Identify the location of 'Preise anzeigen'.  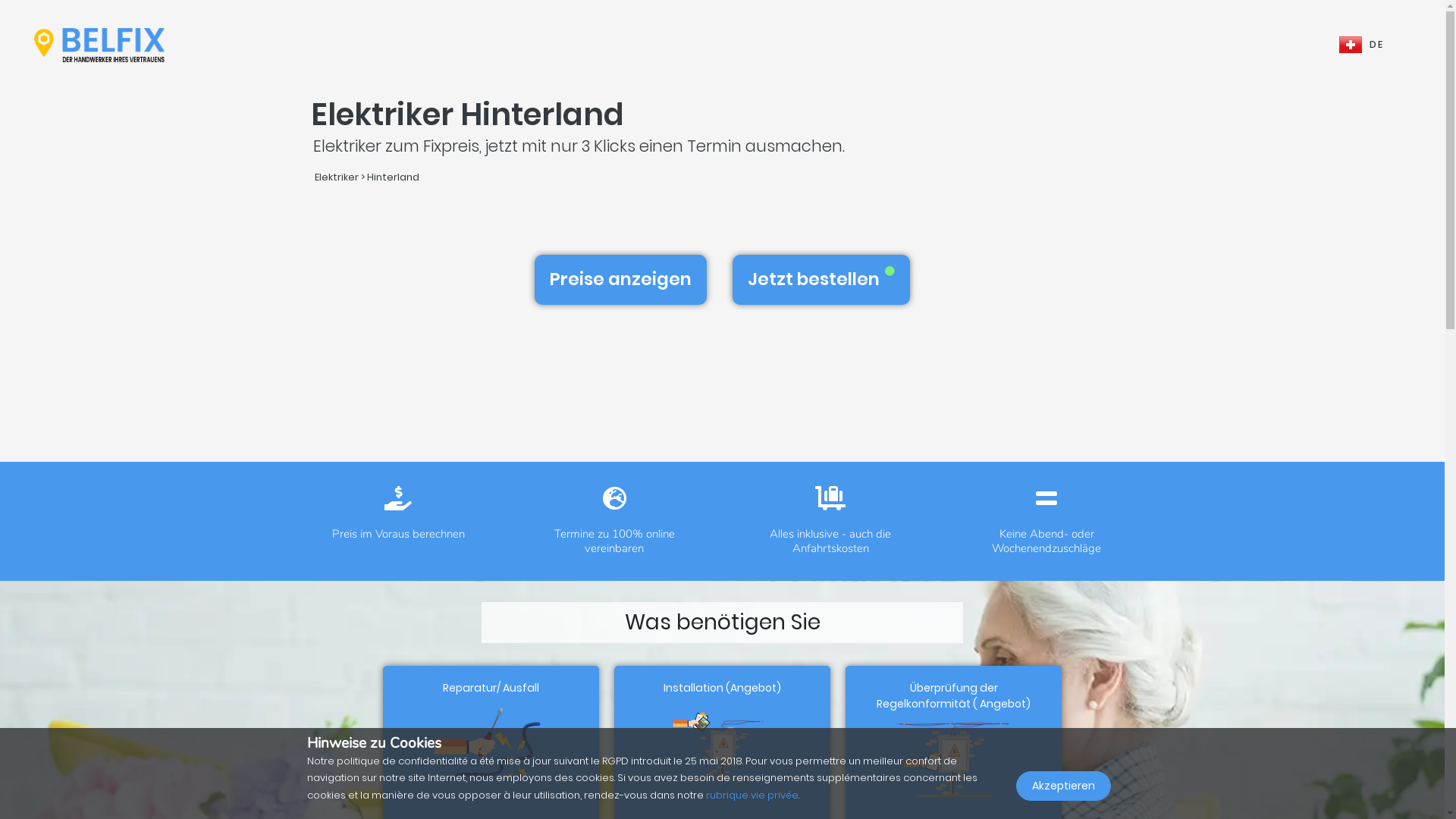
(620, 280).